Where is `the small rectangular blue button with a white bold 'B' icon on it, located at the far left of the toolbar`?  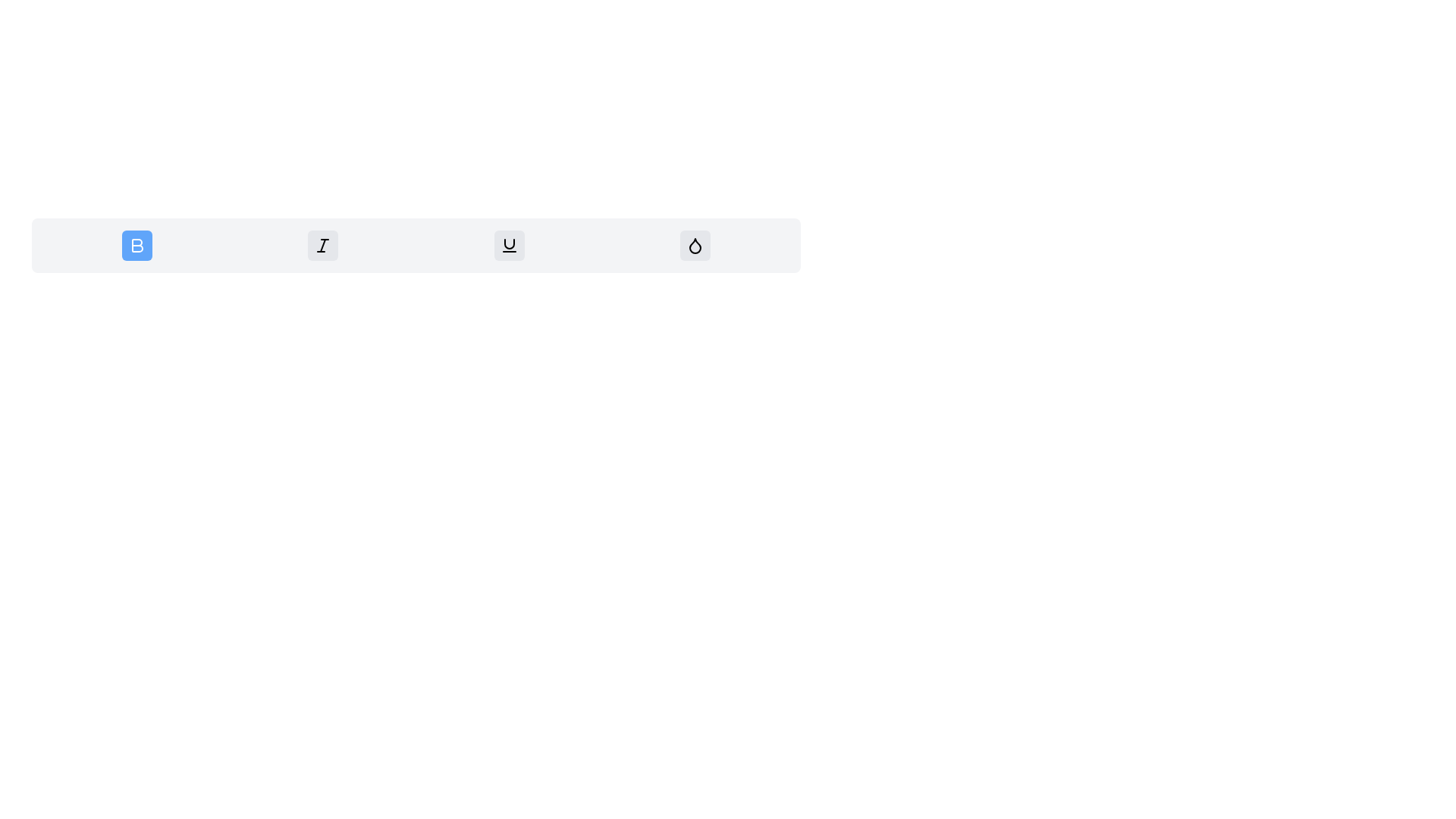
the small rectangular blue button with a white bold 'B' icon on it, located at the far left of the toolbar is located at coordinates (136, 245).